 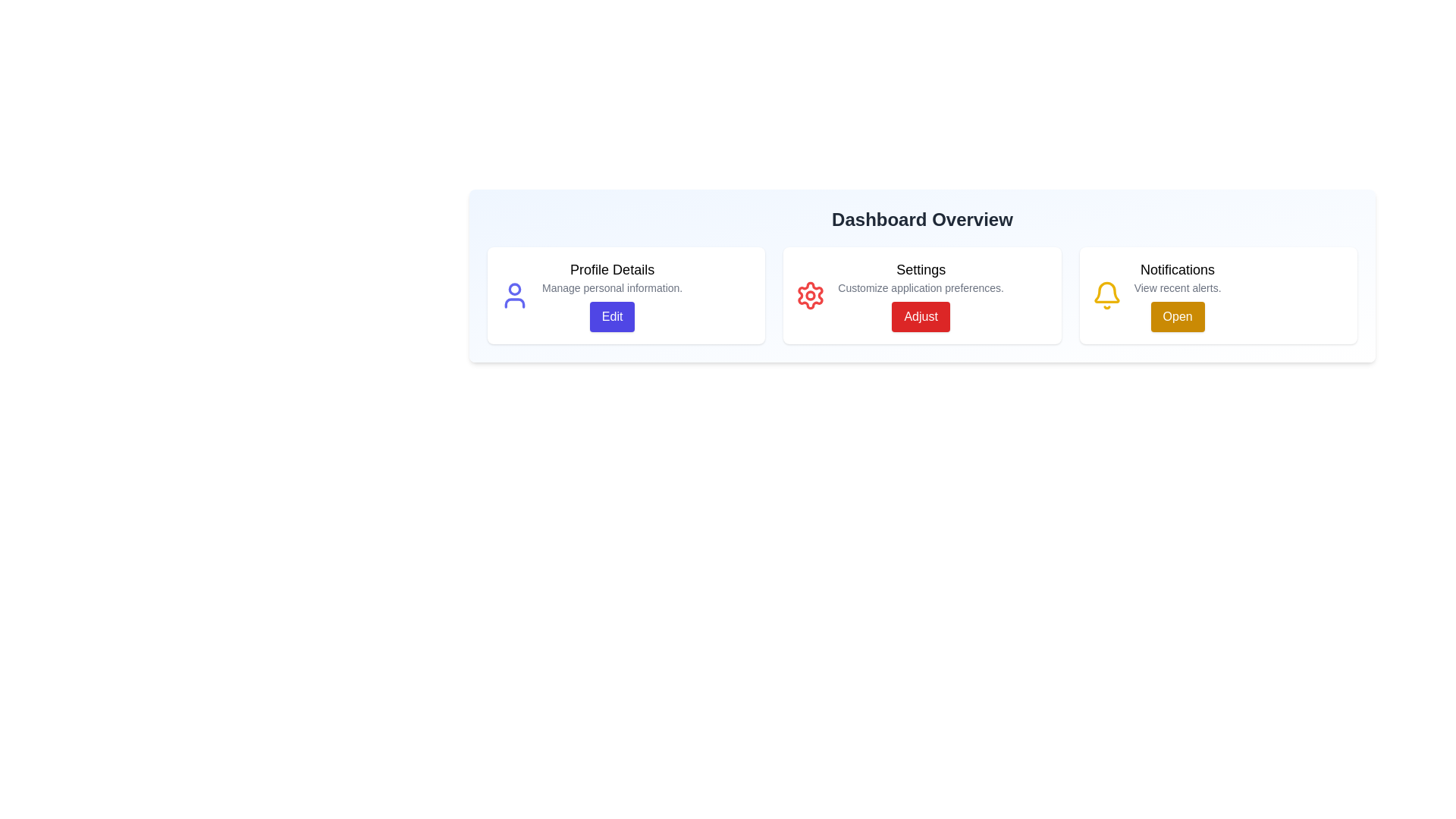 I want to click on the 'Edit' button, which is a rounded rectangular button with a blue background and white text, located below 'Manage personal information.', so click(x=612, y=315).